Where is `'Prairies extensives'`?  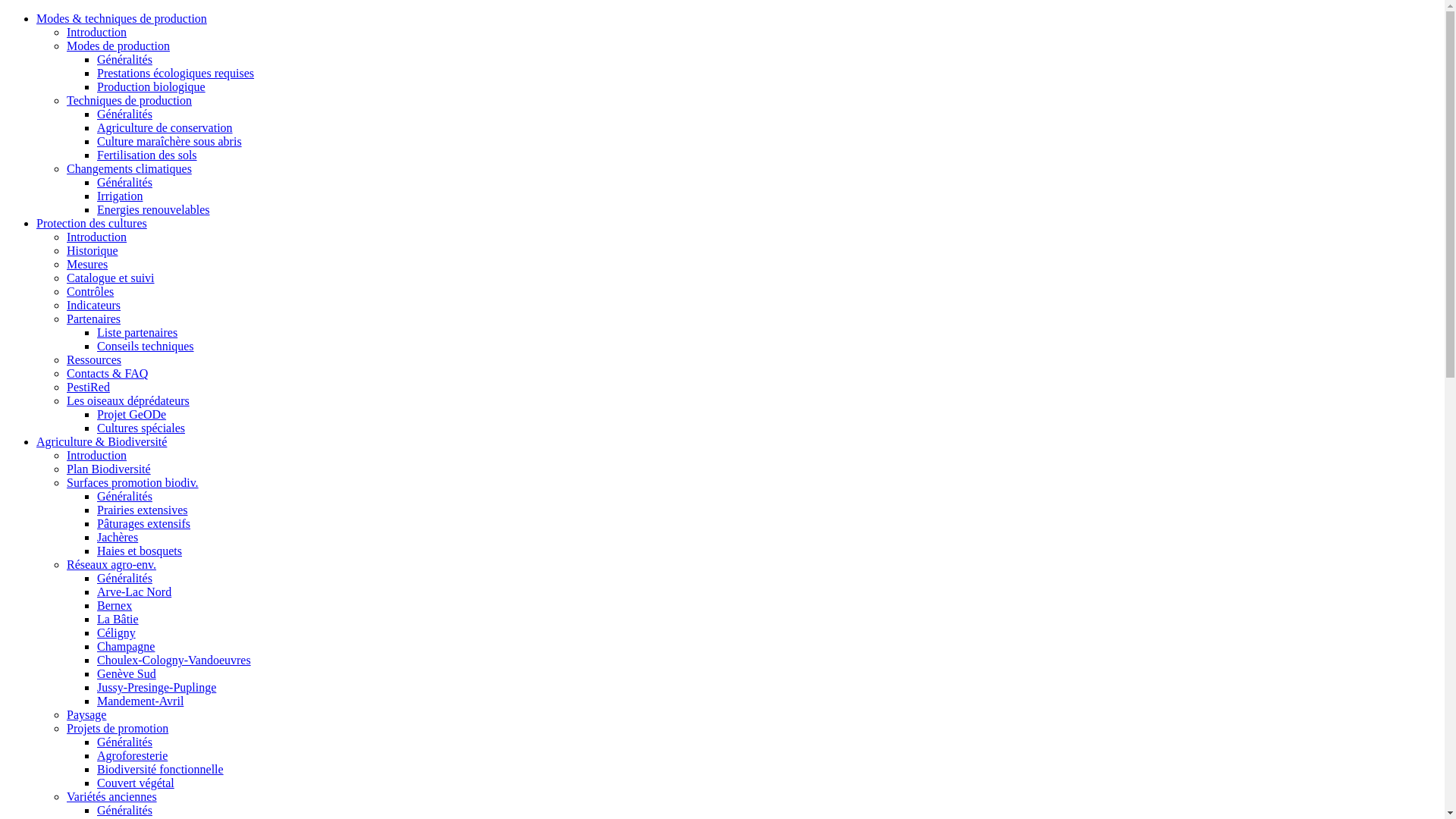 'Prairies extensives' is located at coordinates (142, 510).